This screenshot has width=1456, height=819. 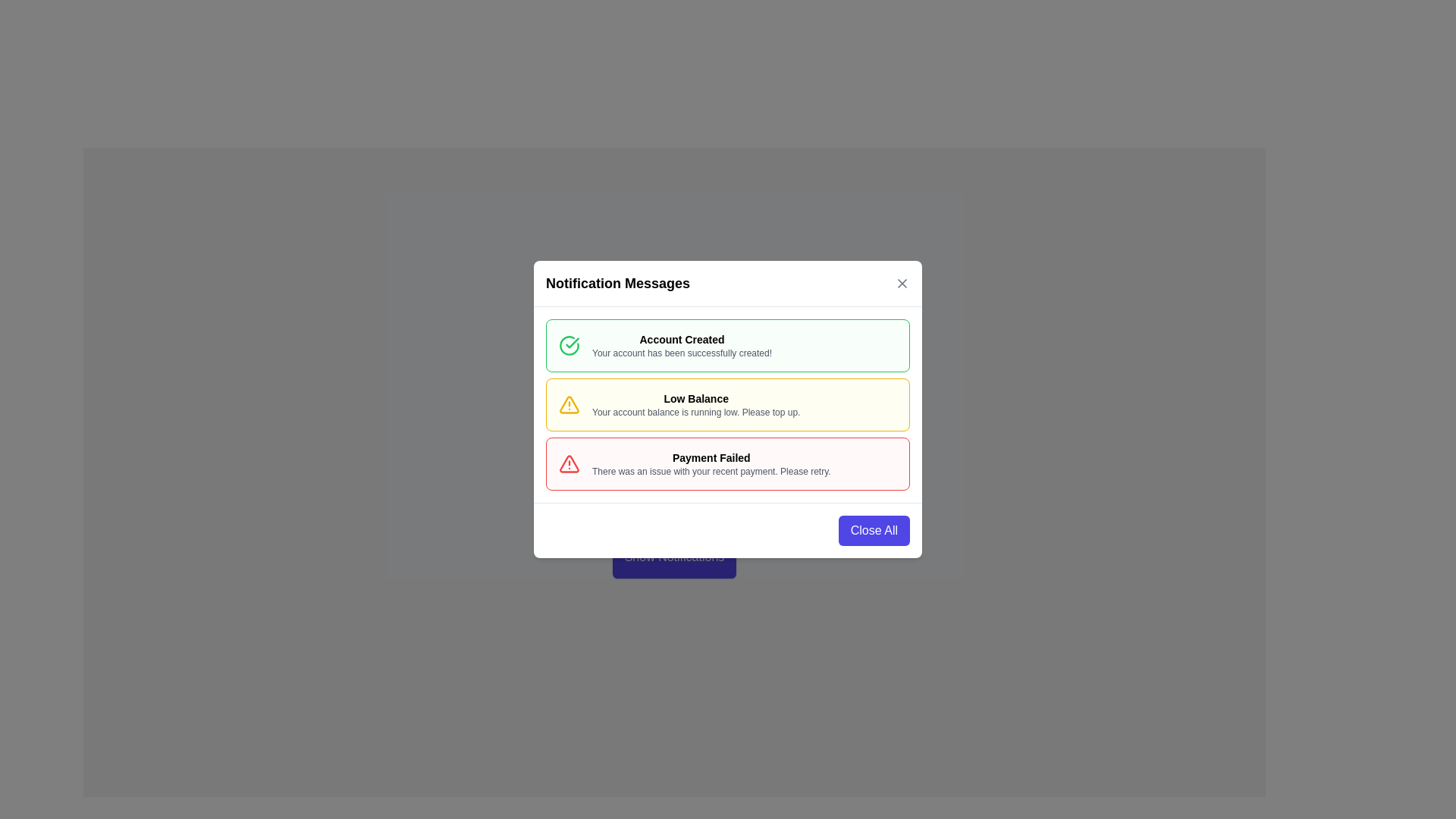 What do you see at coordinates (568, 463) in the screenshot?
I see `the 'Payment Failed' notification icon, which serves as a visual indicator for the issue` at bounding box center [568, 463].